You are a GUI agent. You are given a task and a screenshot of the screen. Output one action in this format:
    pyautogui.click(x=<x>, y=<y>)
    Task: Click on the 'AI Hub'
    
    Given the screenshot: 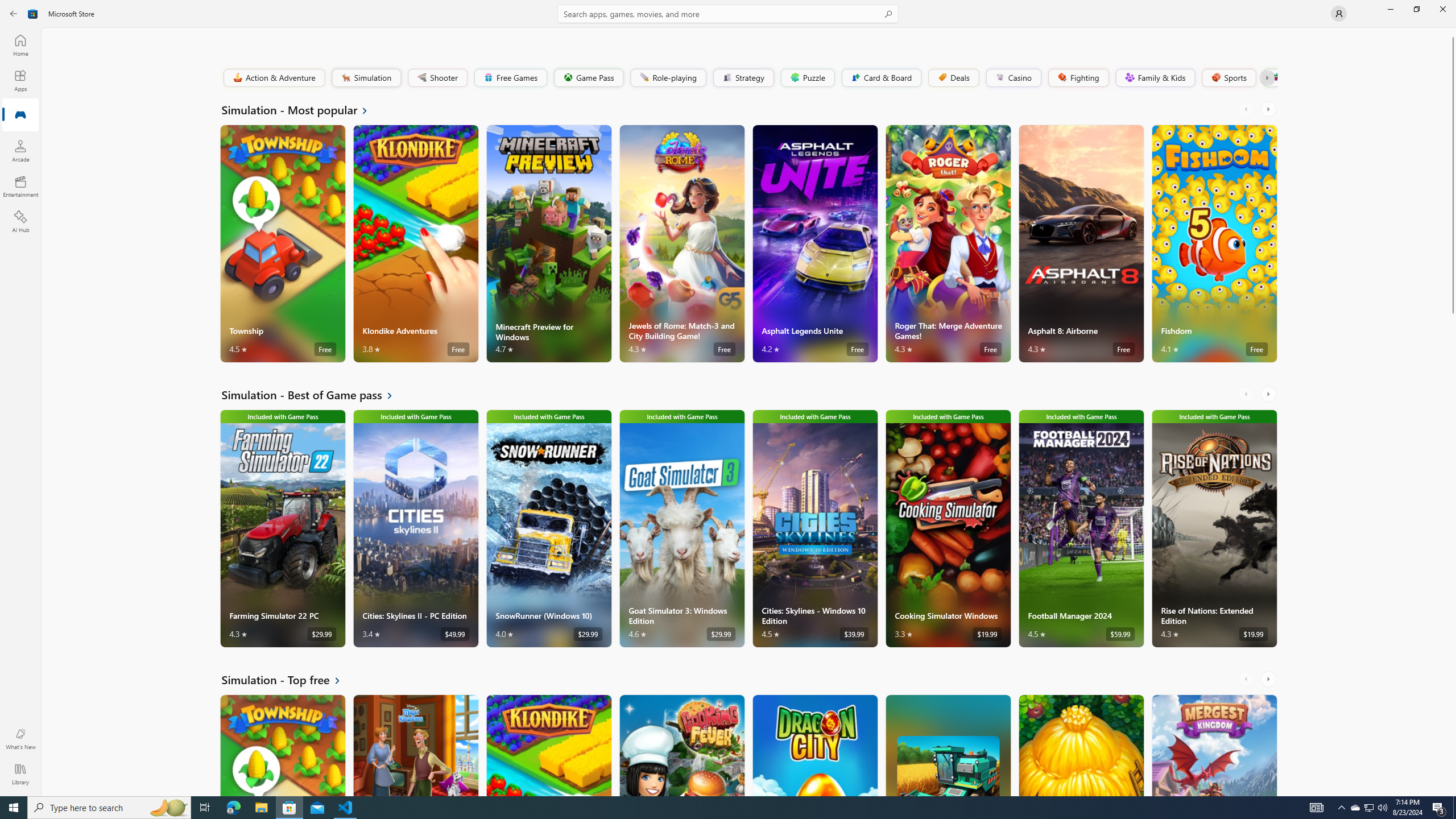 What is the action you would take?
    pyautogui.click(x=19, y=221)
    